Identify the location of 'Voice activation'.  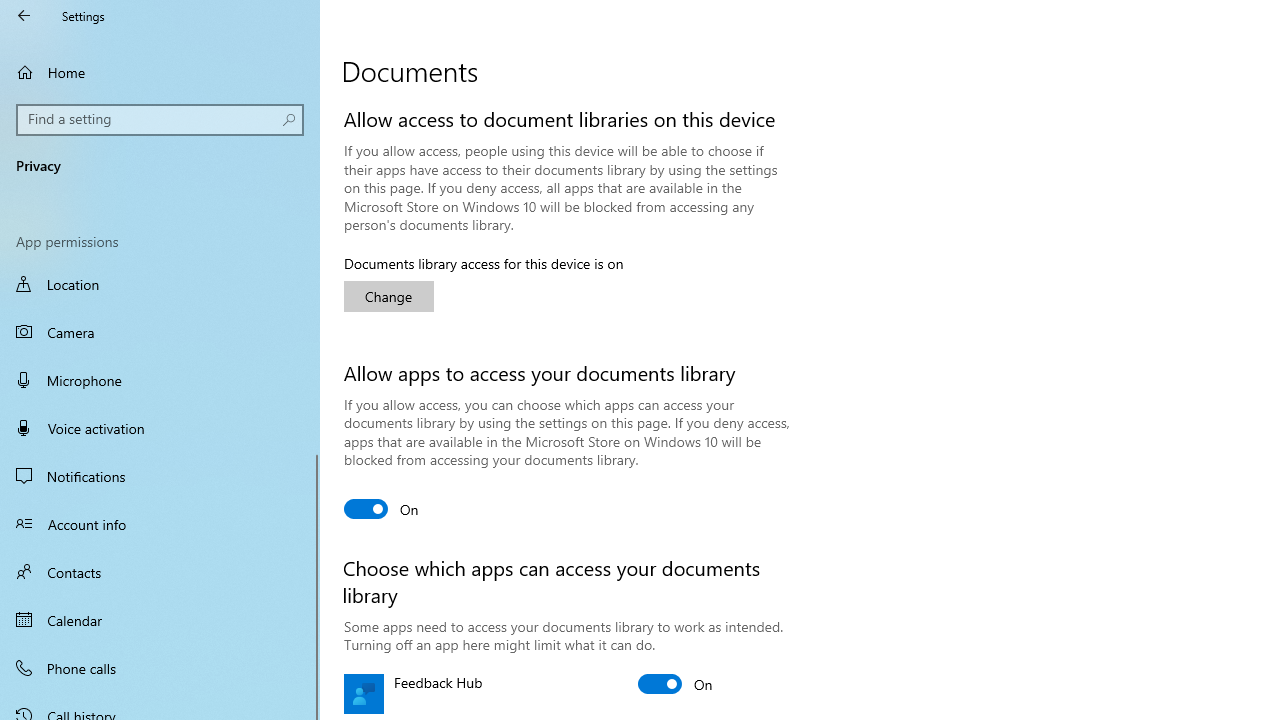
(160, 427).